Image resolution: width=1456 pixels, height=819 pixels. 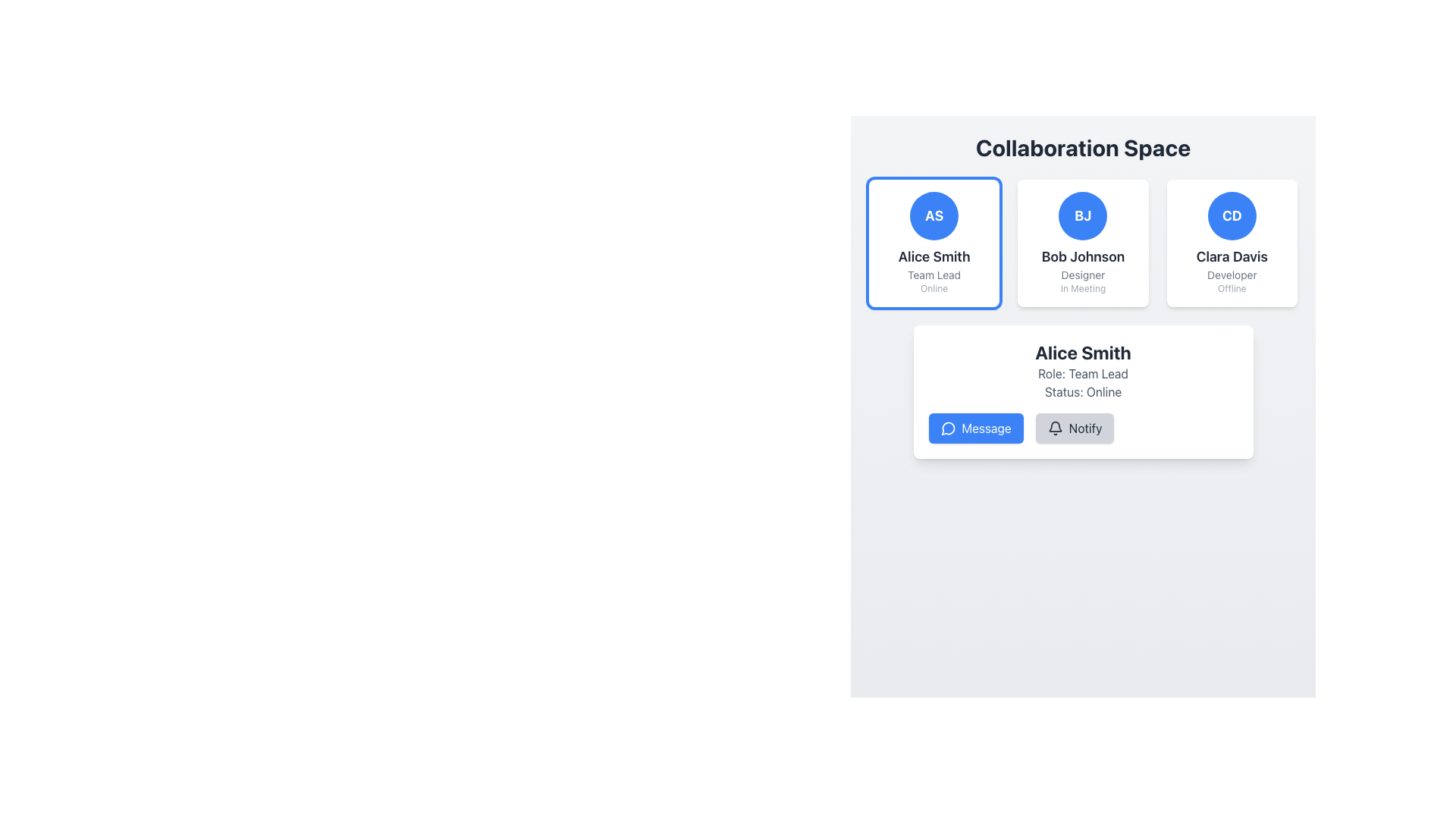 What do you see at coordinates (1232, 216) in the screenshot?
I see `the Avatar badge representing user Clara Davis, located at the top-center of the user card` at bounding box center [1232, 216].